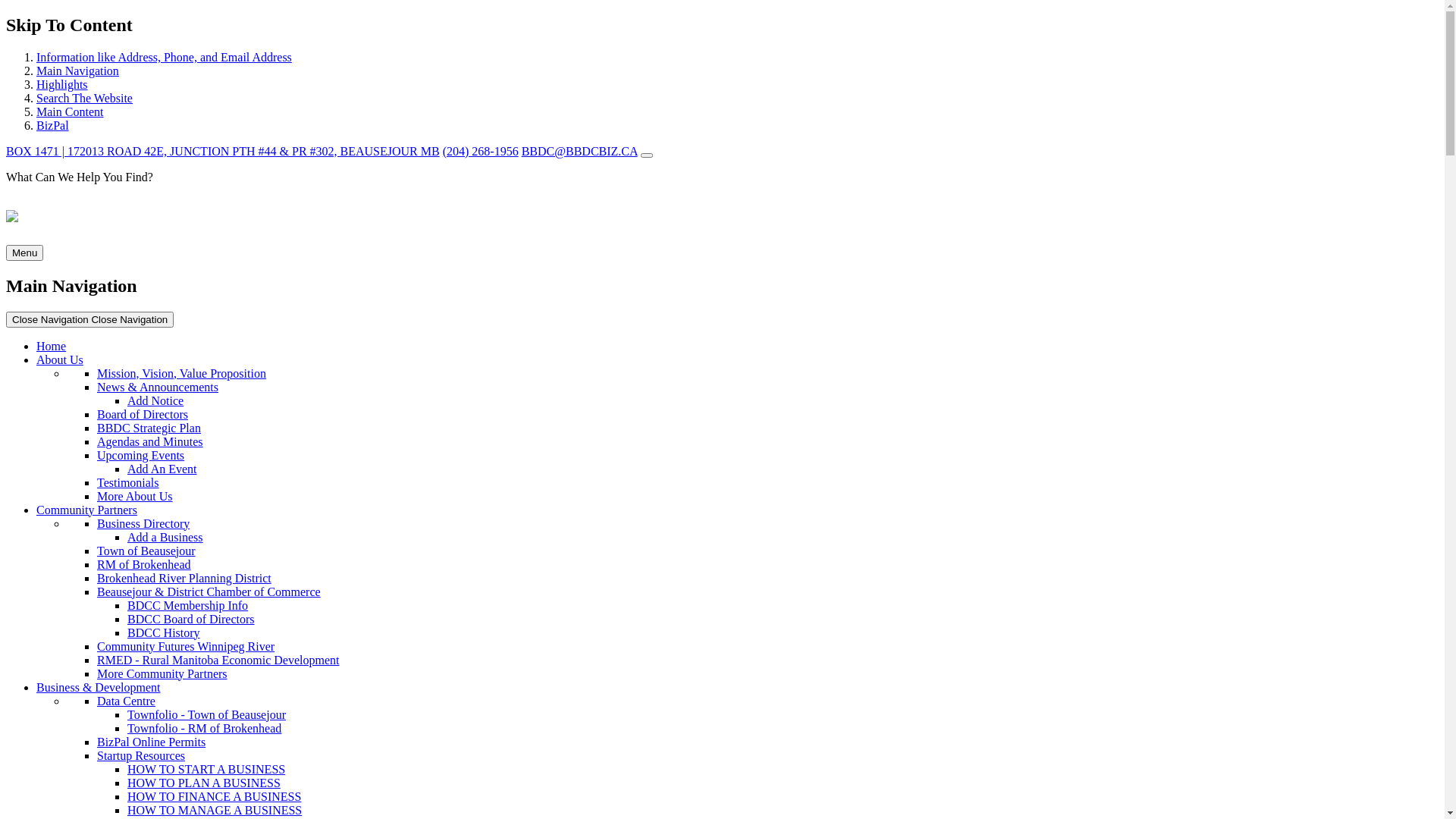  I want to click on 'Close Navigation Close Navigation', so click(89, 318).